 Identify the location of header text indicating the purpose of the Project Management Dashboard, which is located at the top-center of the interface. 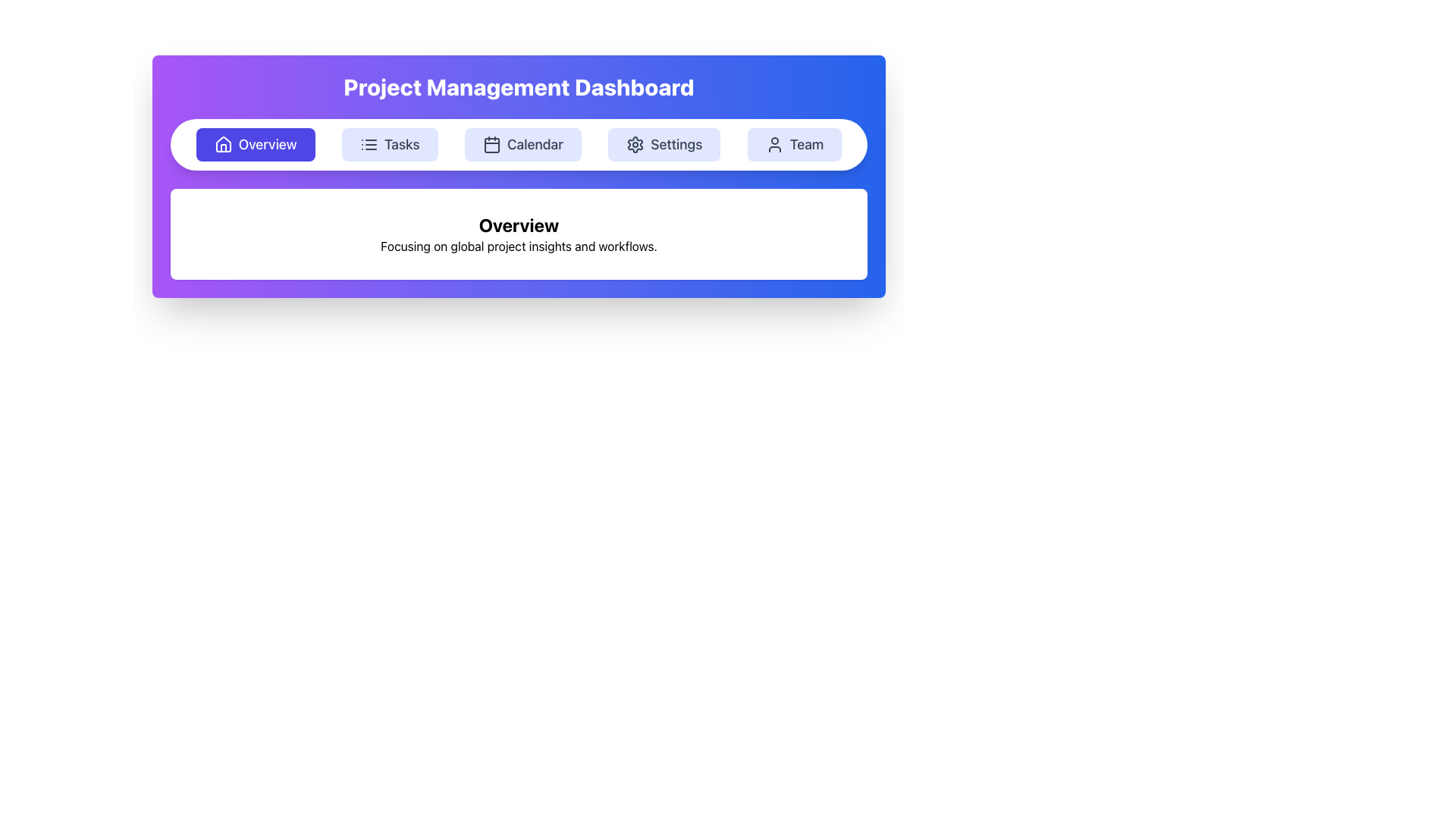
(519, 87).